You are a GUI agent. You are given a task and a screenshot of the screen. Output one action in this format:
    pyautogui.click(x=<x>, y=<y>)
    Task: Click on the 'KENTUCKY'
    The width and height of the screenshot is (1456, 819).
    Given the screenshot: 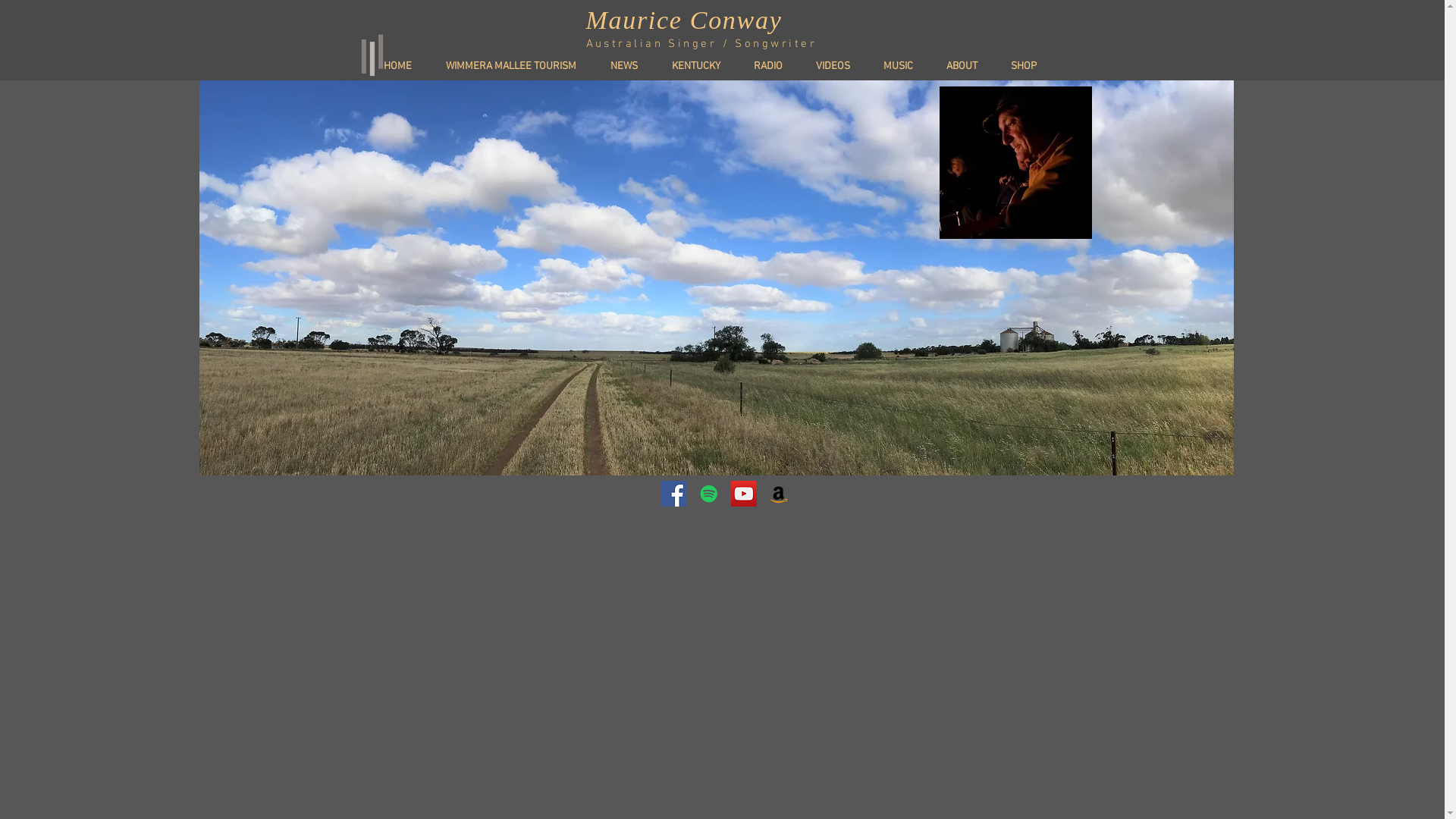 What is the action you would take?
    pyautogui.click(x=701, y=66)
    